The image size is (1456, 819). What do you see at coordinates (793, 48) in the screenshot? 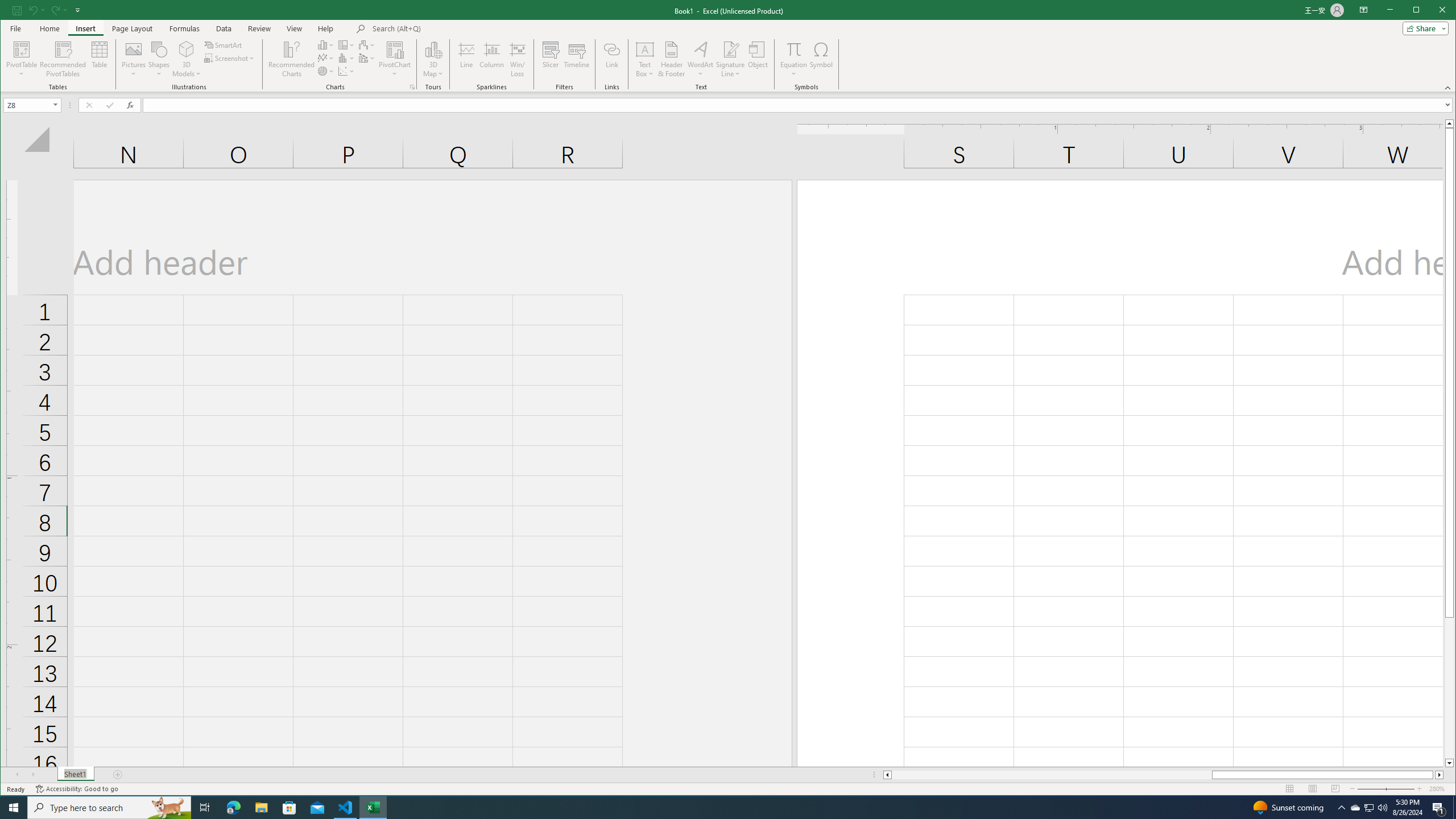
I see `'Equation'` at bounding box center [793, 48].